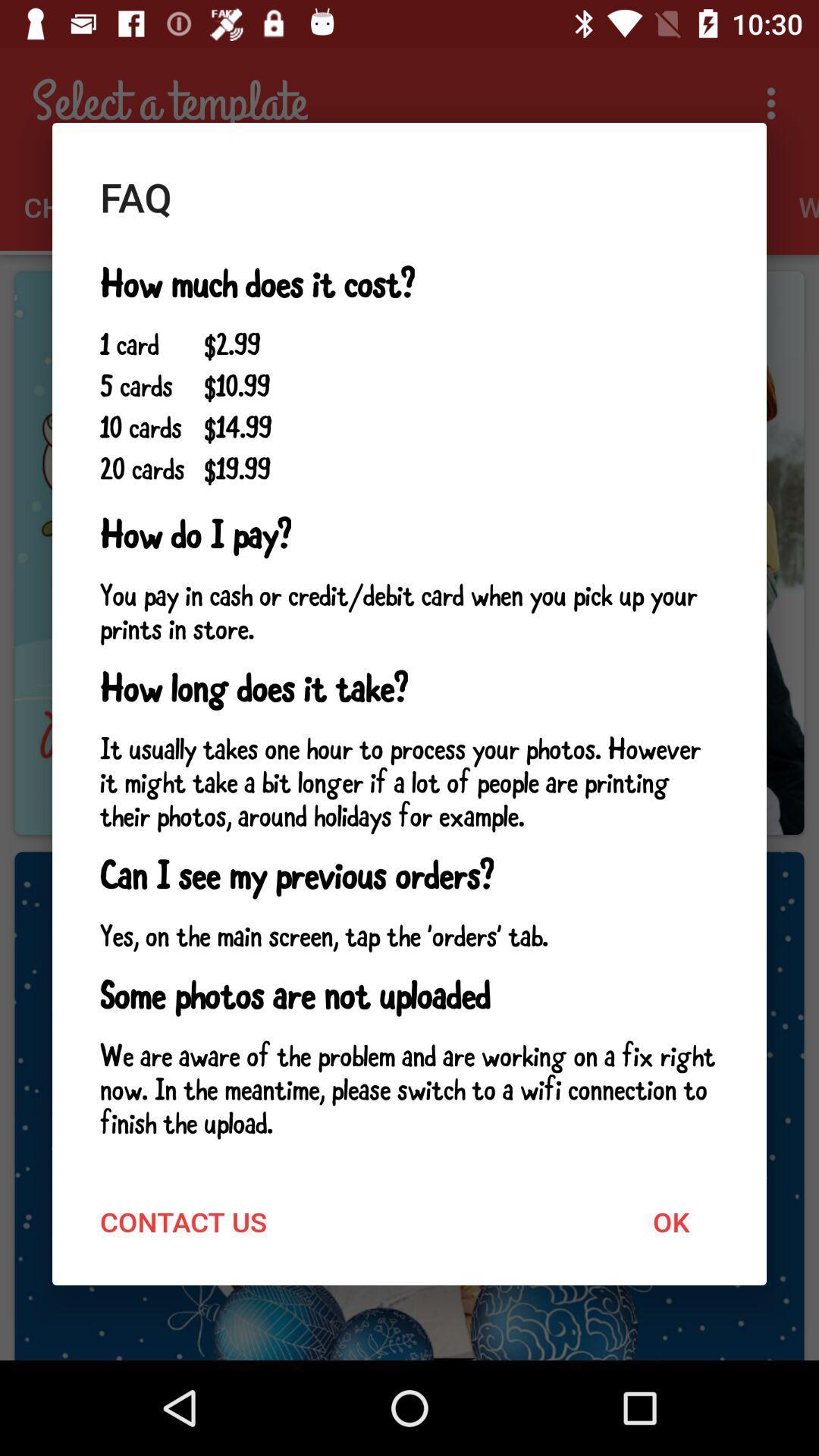 The height and width of the screenshot is (1456, 819). What do you see at coordinates (670, 1222) in the screenshot?
I see `ok` at bounding box center [670, 1222].